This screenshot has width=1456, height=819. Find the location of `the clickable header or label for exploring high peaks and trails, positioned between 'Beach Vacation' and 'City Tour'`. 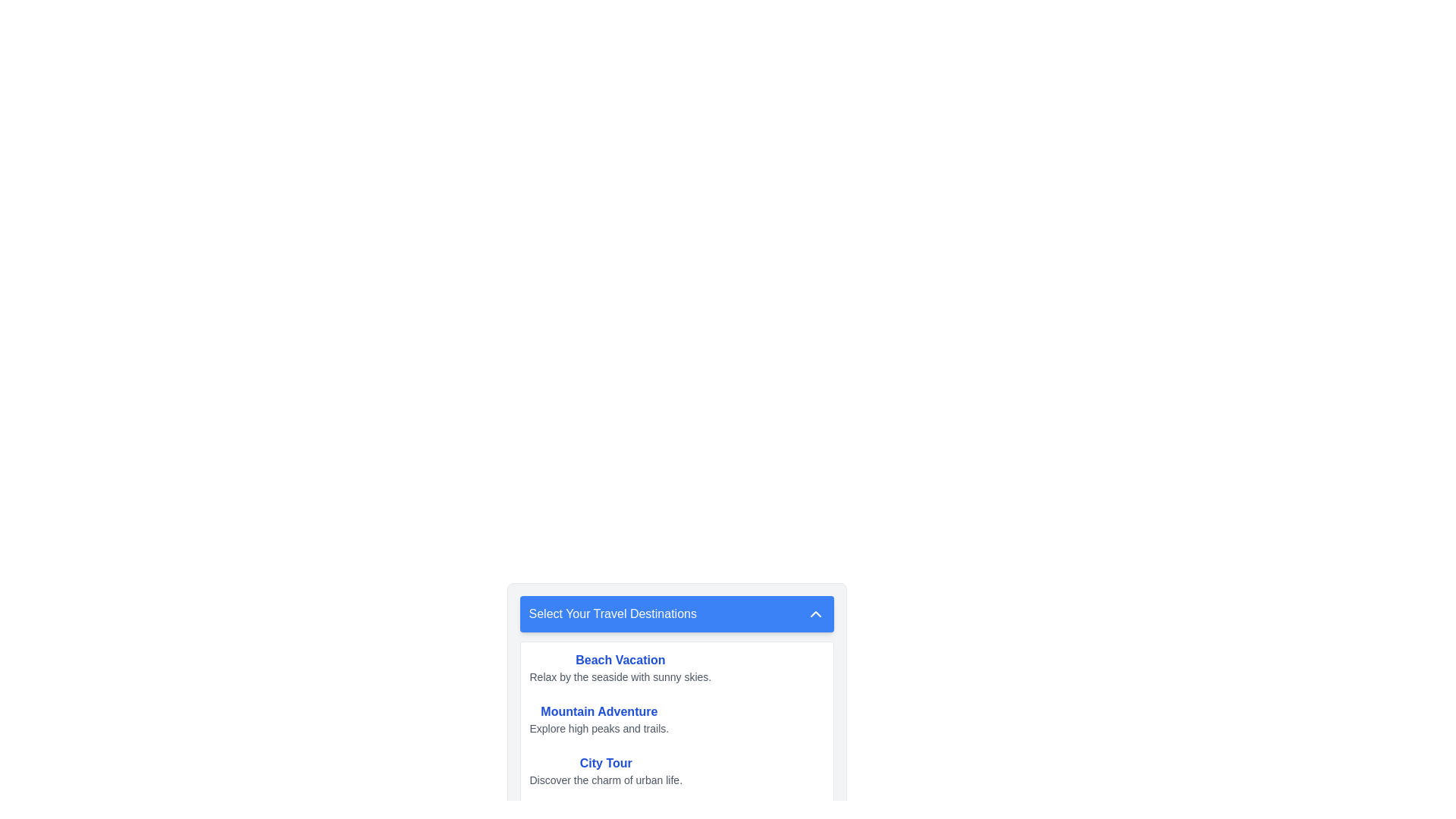

the clickable header or label for exploring high peaks and trails, positioned between 'Beach Vacation' and 'City Tour' is located at coordinates (598, 711).